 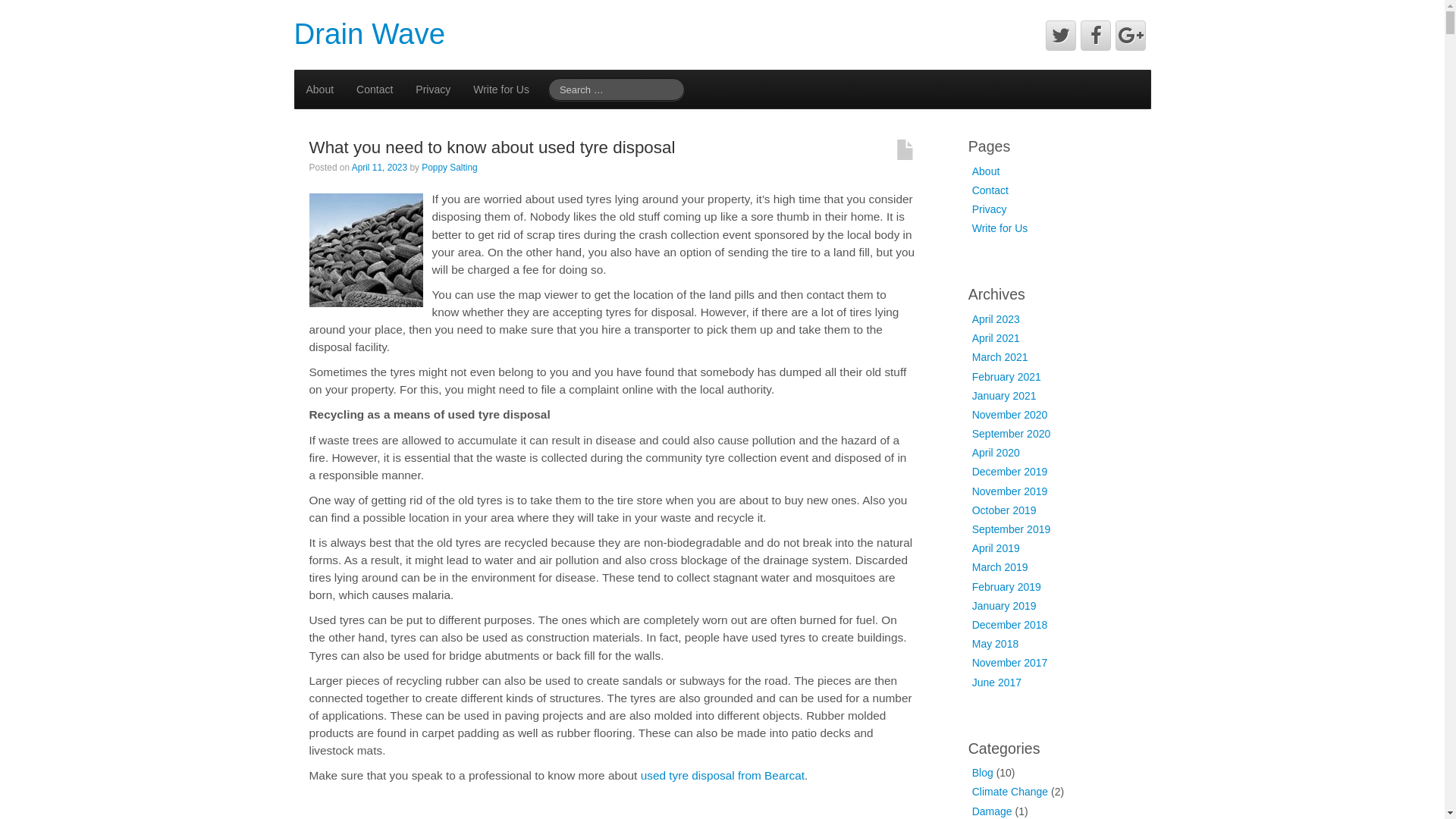 What do you see at coordinates (971, 772) in the screenshot?
I see `'Blog'` at bounding box center [971, 772].